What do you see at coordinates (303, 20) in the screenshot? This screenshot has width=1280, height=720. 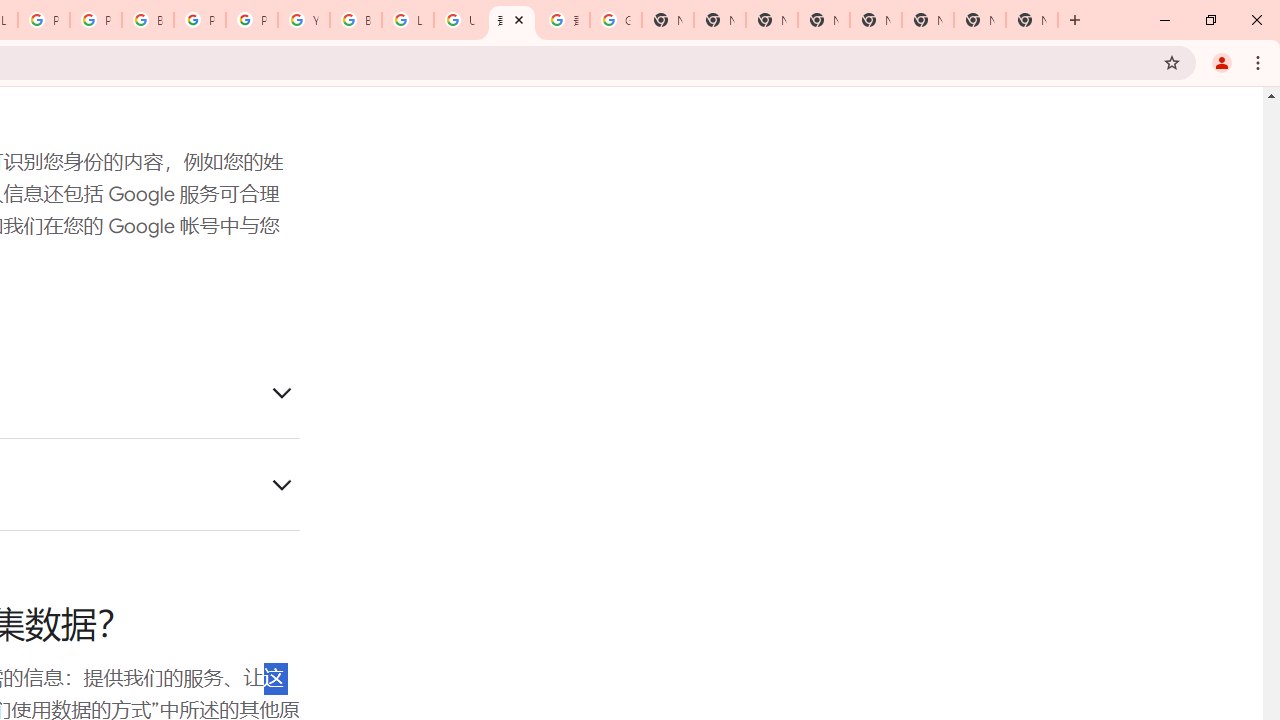 I see `'YouTube'` at bounding box center [303, 20].